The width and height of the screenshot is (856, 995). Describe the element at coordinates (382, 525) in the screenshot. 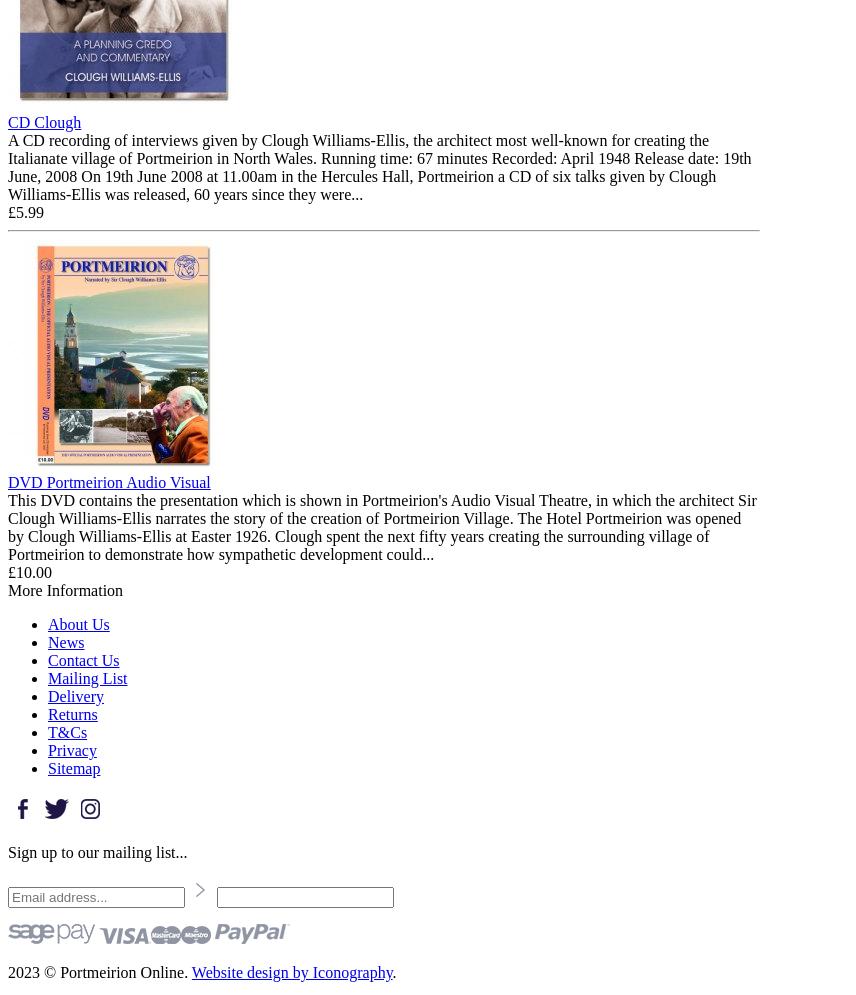

I see `'This DVD contains the presentation which is shown in Portmeirion's Audio Visual Theatre, in which the architect Sir Clough Williams-Ellis narrates the story of the creation of Portmeirion Village.
The Hotel Portmeirion was opened by Clough Williams-Ellis at Easter 1926. Clough spent the next fifty years creating the surrounding village of Portmeirion to demonstrate how sympathetic development could...'` at that location.